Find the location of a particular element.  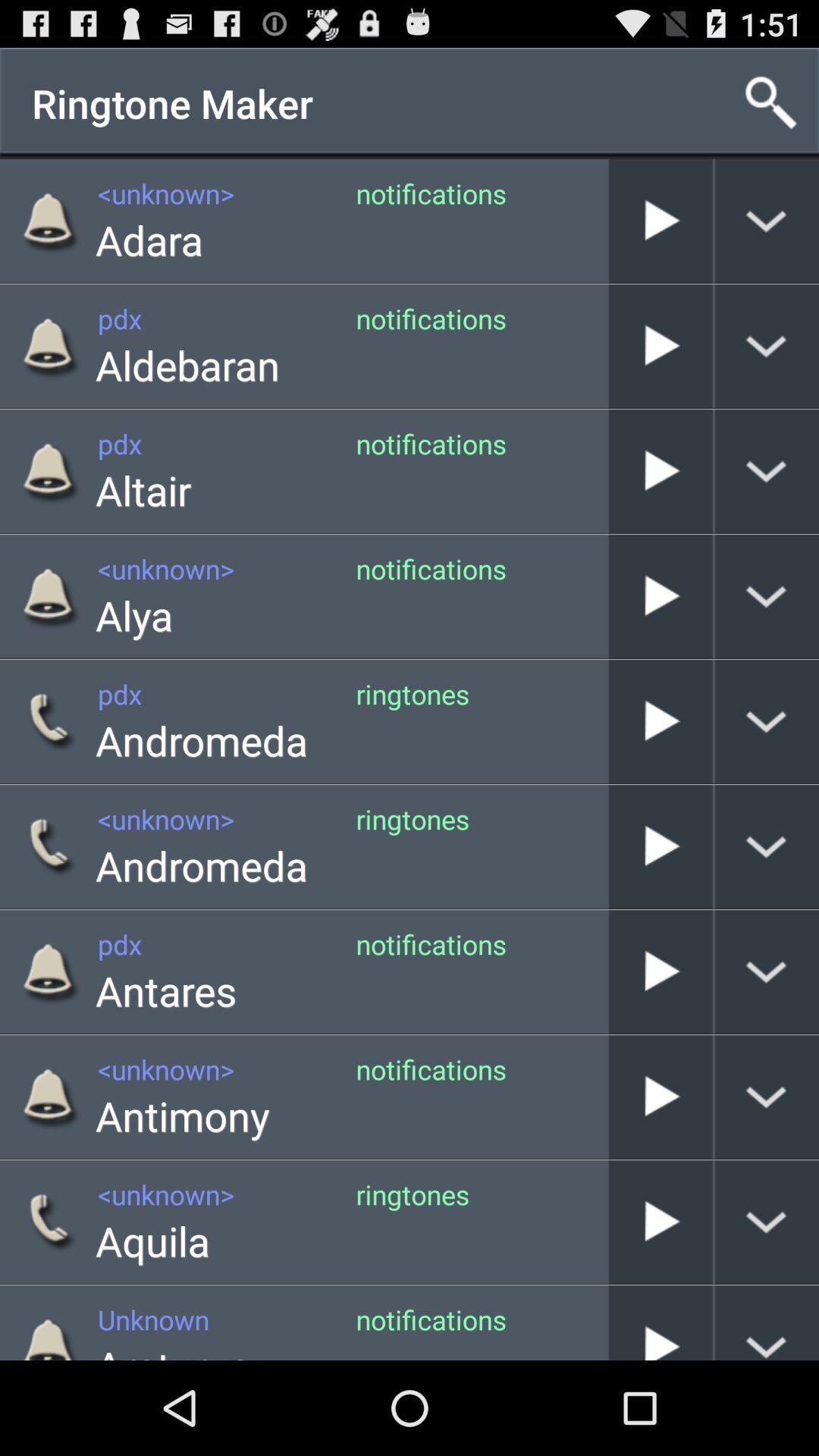

the altair icon is located at coordinates (143, 490).